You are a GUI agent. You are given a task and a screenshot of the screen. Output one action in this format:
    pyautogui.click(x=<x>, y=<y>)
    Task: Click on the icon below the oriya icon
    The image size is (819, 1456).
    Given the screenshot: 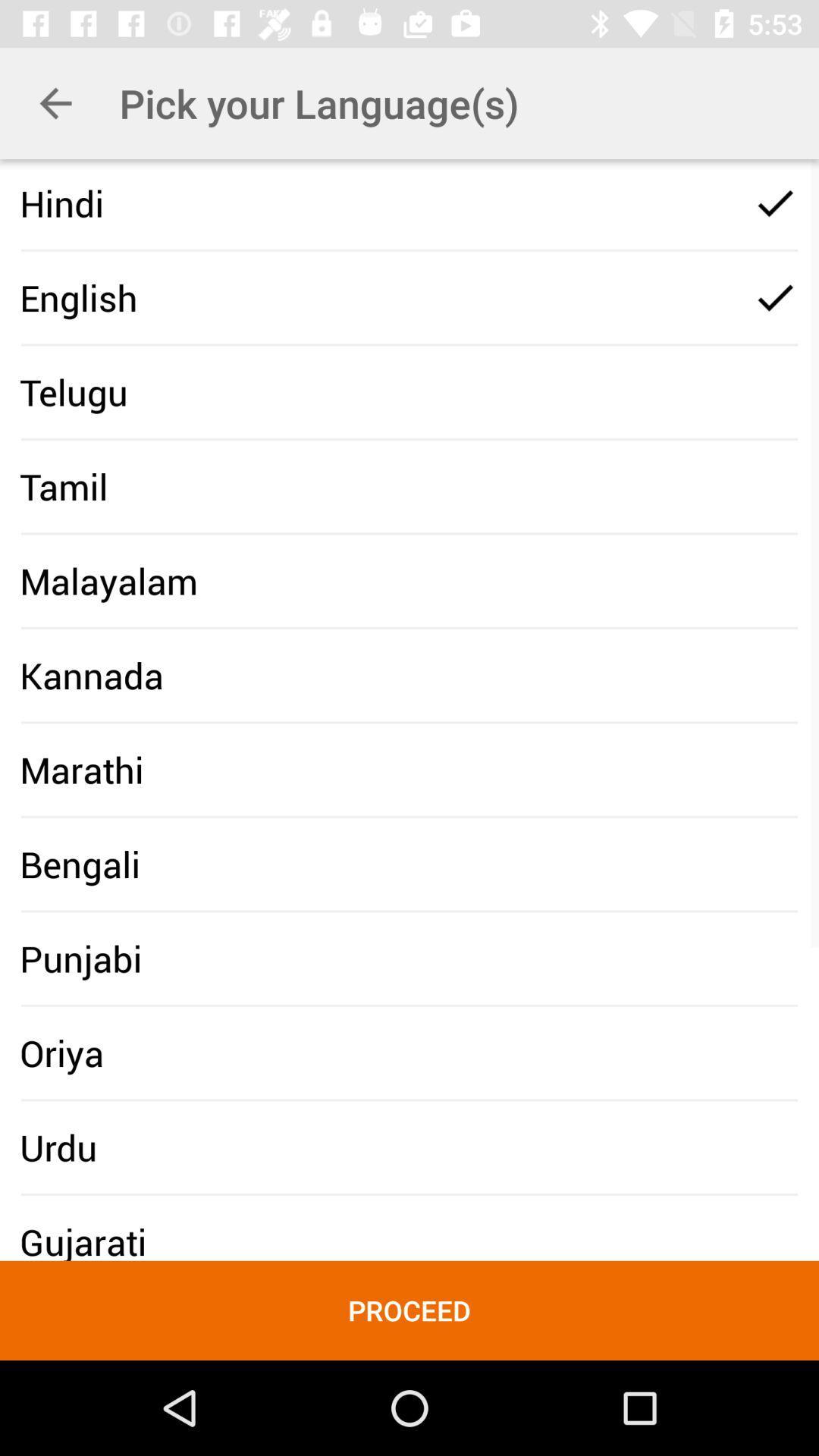 What is the action you would take?
    pyautogui.click(x=58, y=1147)
    